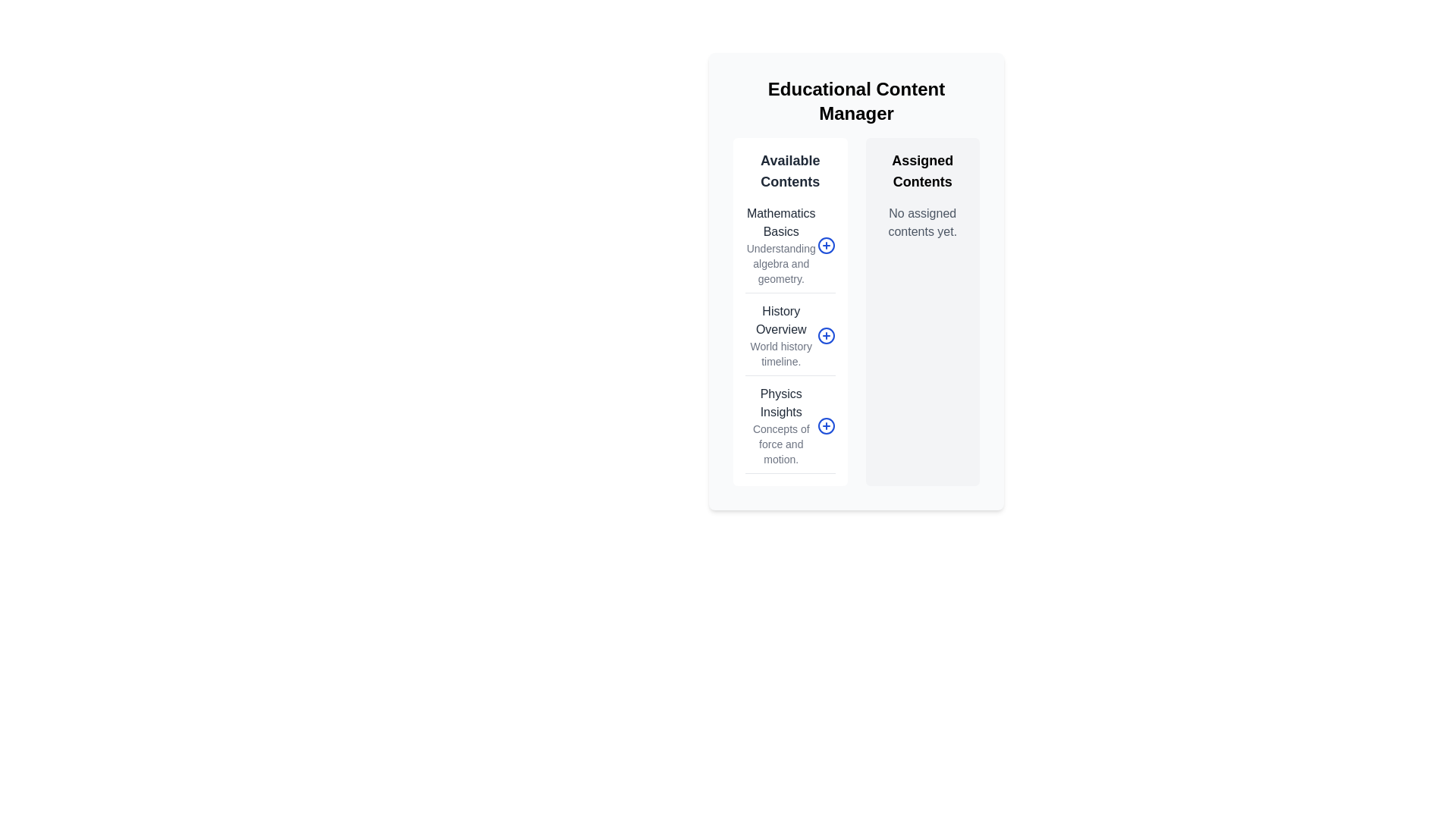 The image size is (1456, 819). Describe the element at coordinates (781, 245) in the screenshot. I see `the text block labeled 'Mathematics Basics' which describes 'Understanding algebra and geometry.' in the 'Available Contents' section of the 'Educational Content Manager.'` at that location.